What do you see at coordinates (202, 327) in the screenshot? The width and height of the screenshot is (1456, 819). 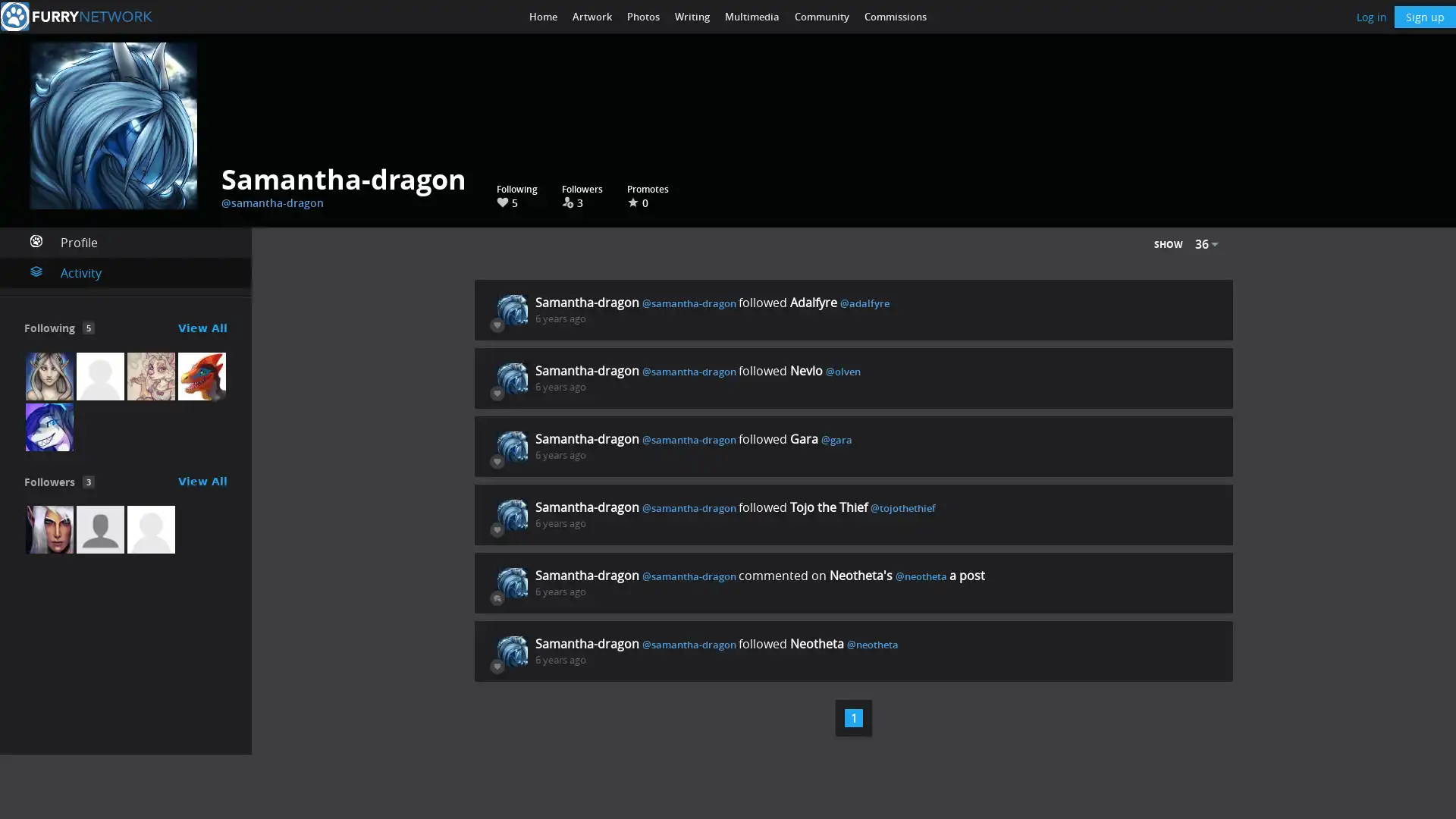 I see `View All` at bounding box center [202, 327].